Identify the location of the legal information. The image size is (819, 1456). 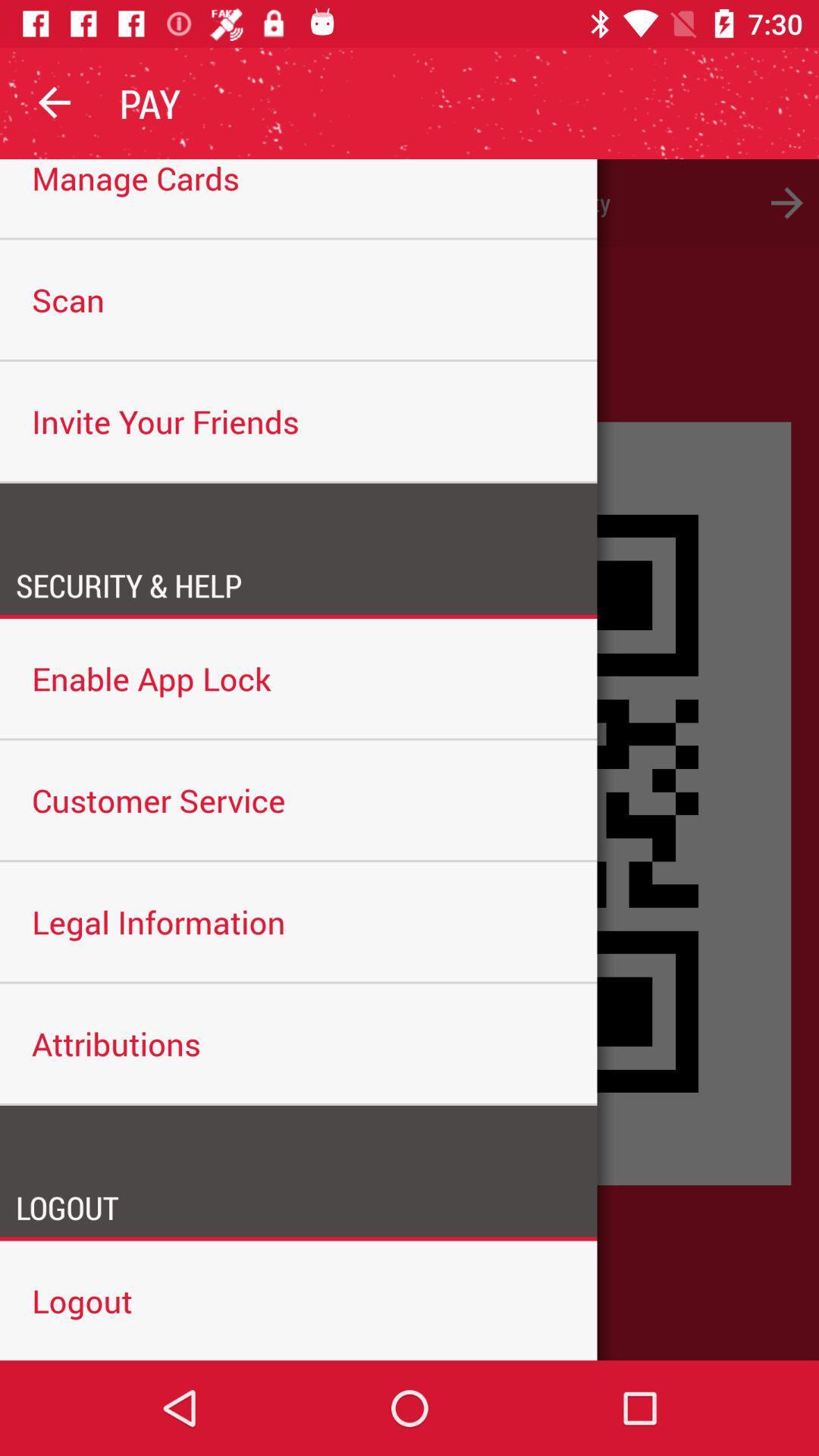
(298, 921).